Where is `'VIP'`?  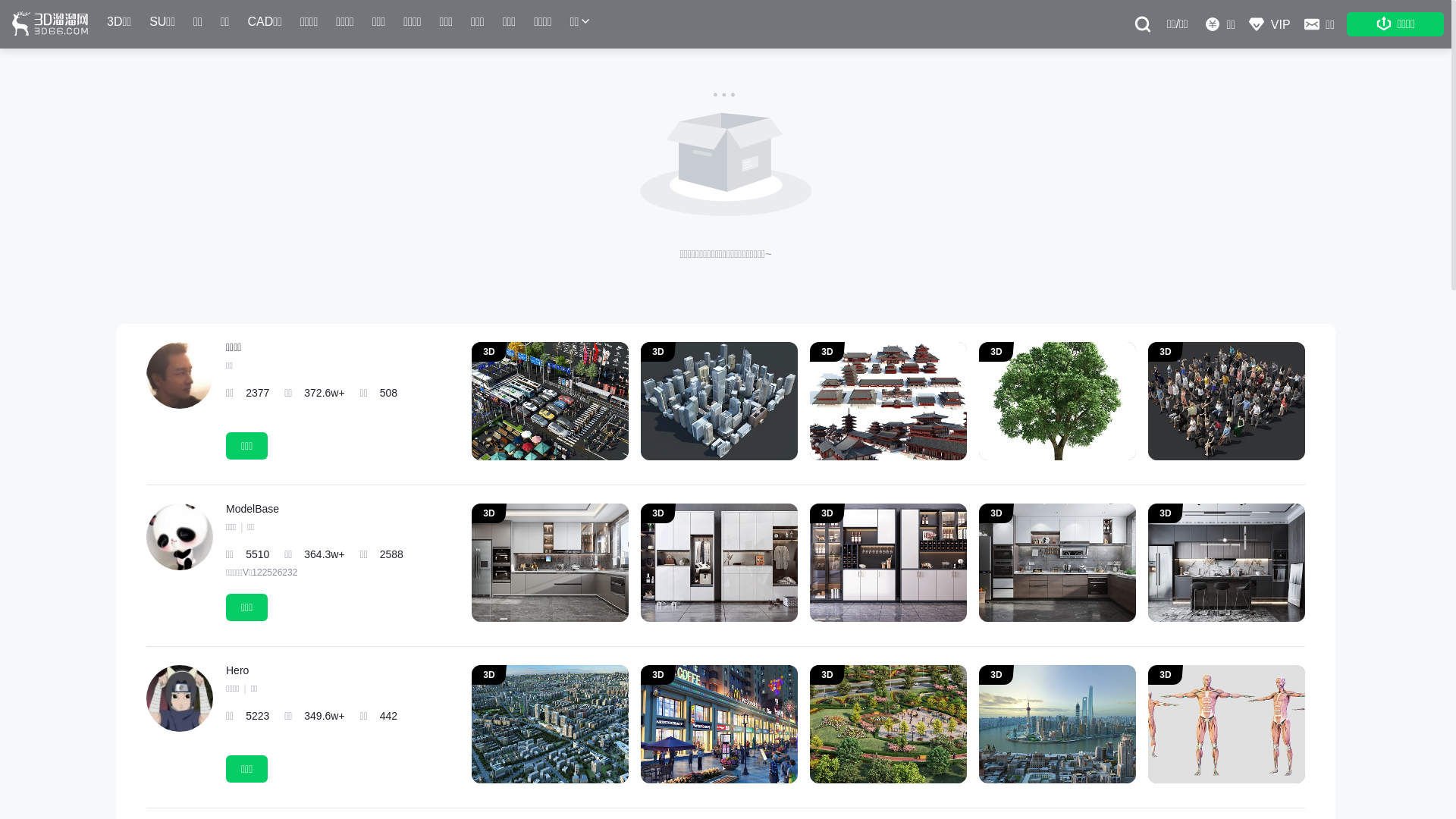 'VIP' is located at coordinates (1269, 24).